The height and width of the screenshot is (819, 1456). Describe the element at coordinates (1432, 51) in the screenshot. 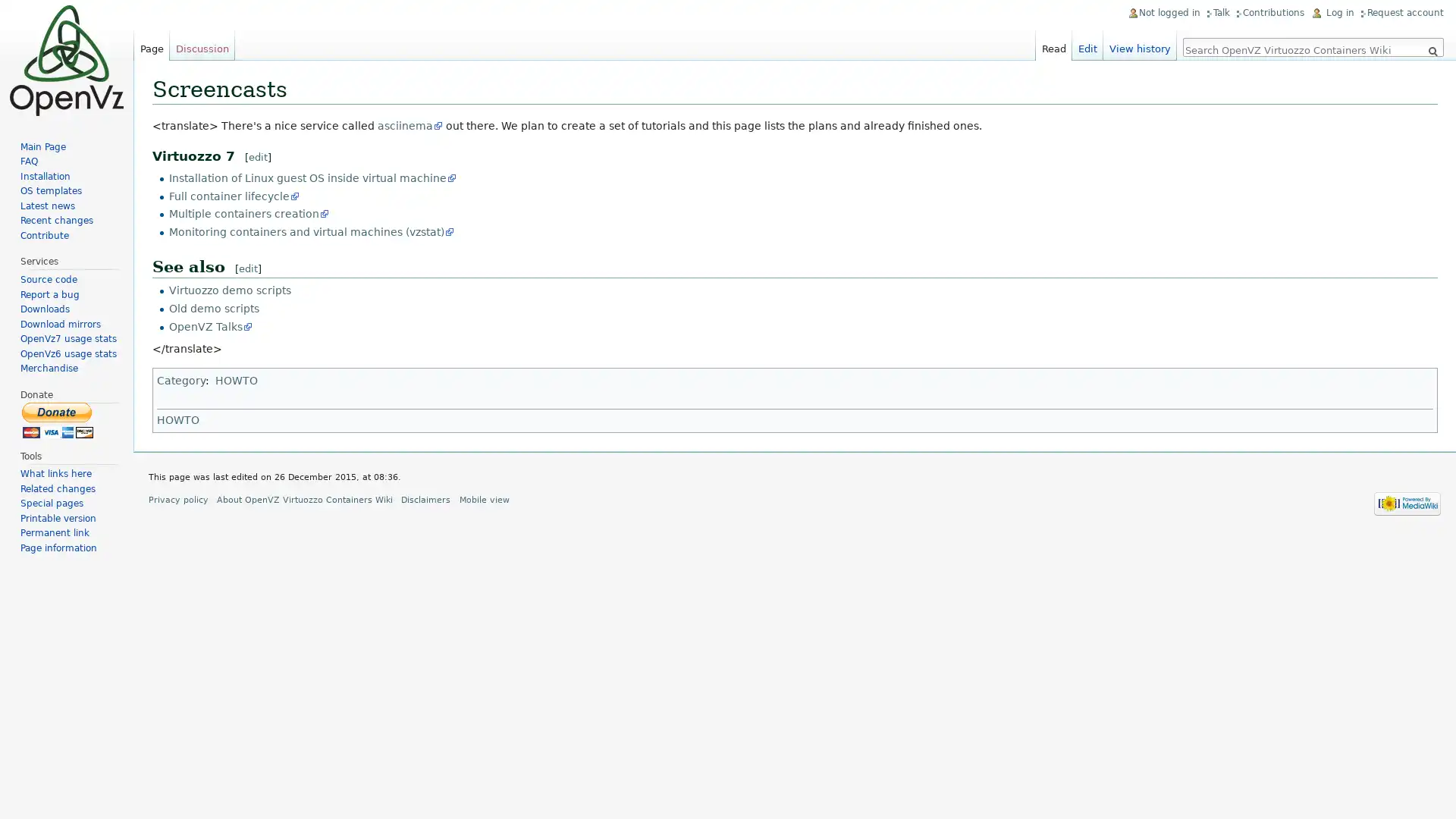

I see `Go` at that location.